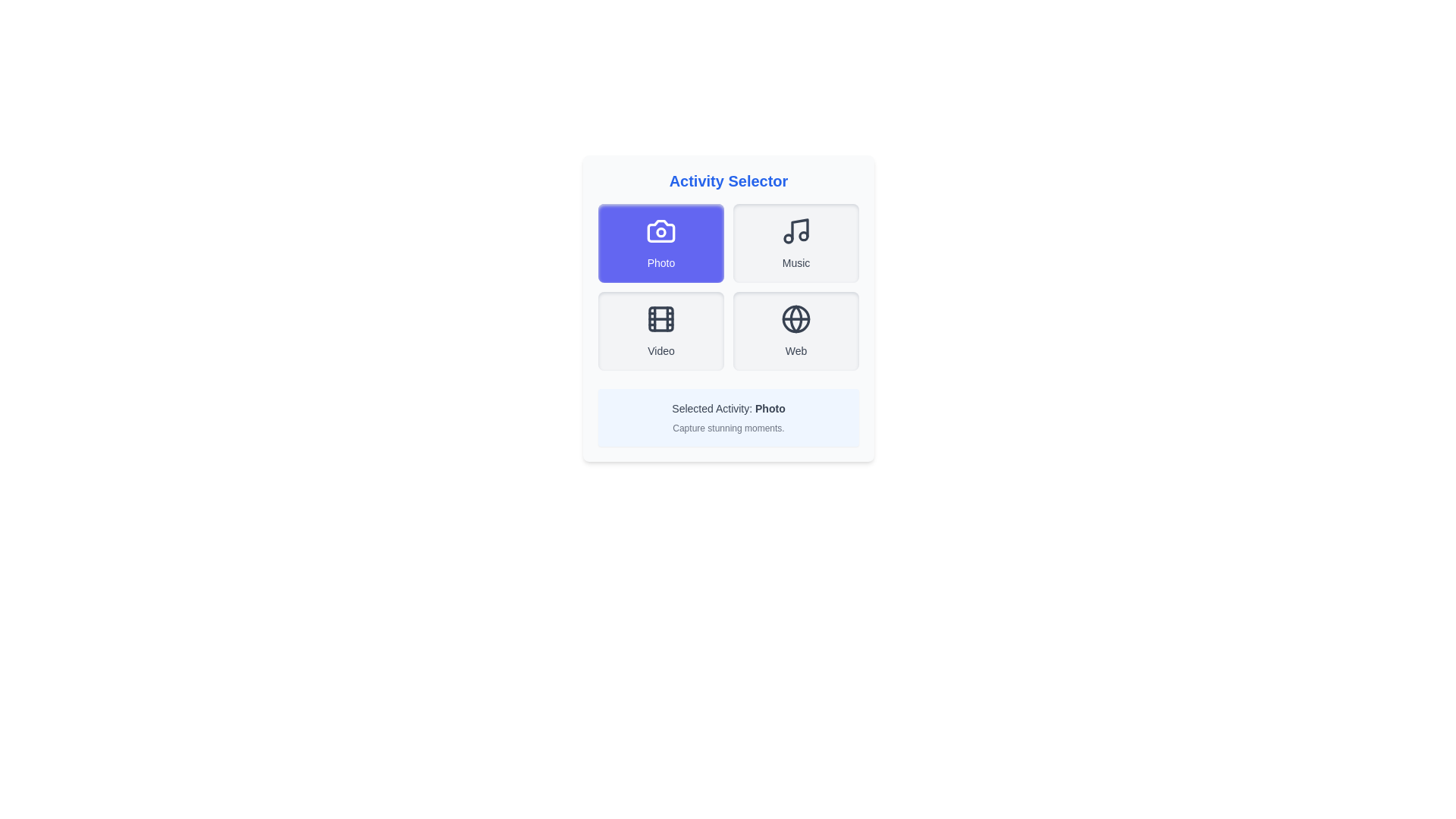 This screenshot has width=1456, height=819. Describe the element at coordinates (799, 229) in the screenshot. I see `the 'Music' activity icon located in the upper-right quadrant of the activity selection grid` at that location.